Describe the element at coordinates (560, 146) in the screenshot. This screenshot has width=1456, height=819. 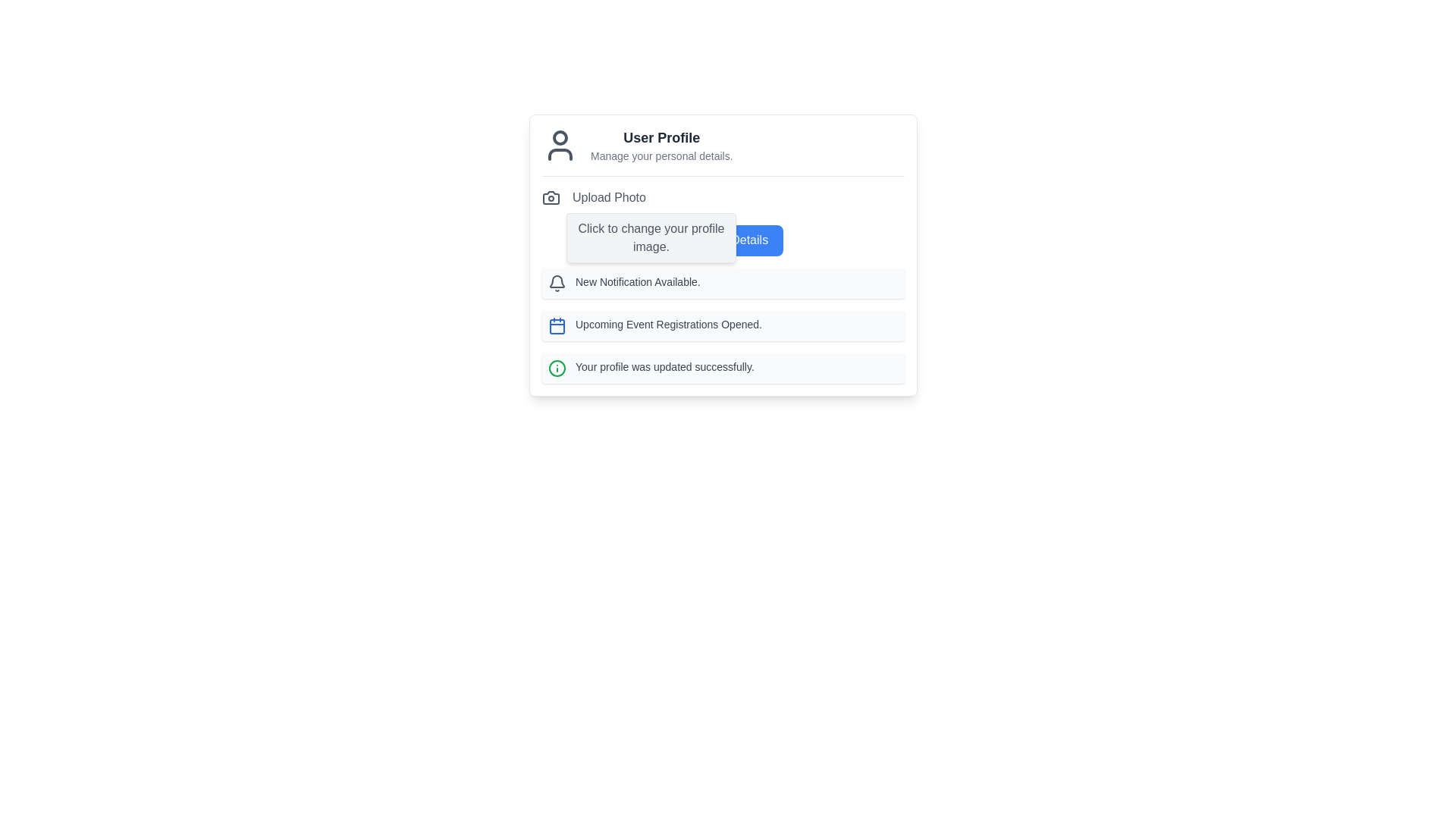
I see `the SVG icon representing a user profile silhouette, which is styled in gray and located in the header section of the card` at that location.